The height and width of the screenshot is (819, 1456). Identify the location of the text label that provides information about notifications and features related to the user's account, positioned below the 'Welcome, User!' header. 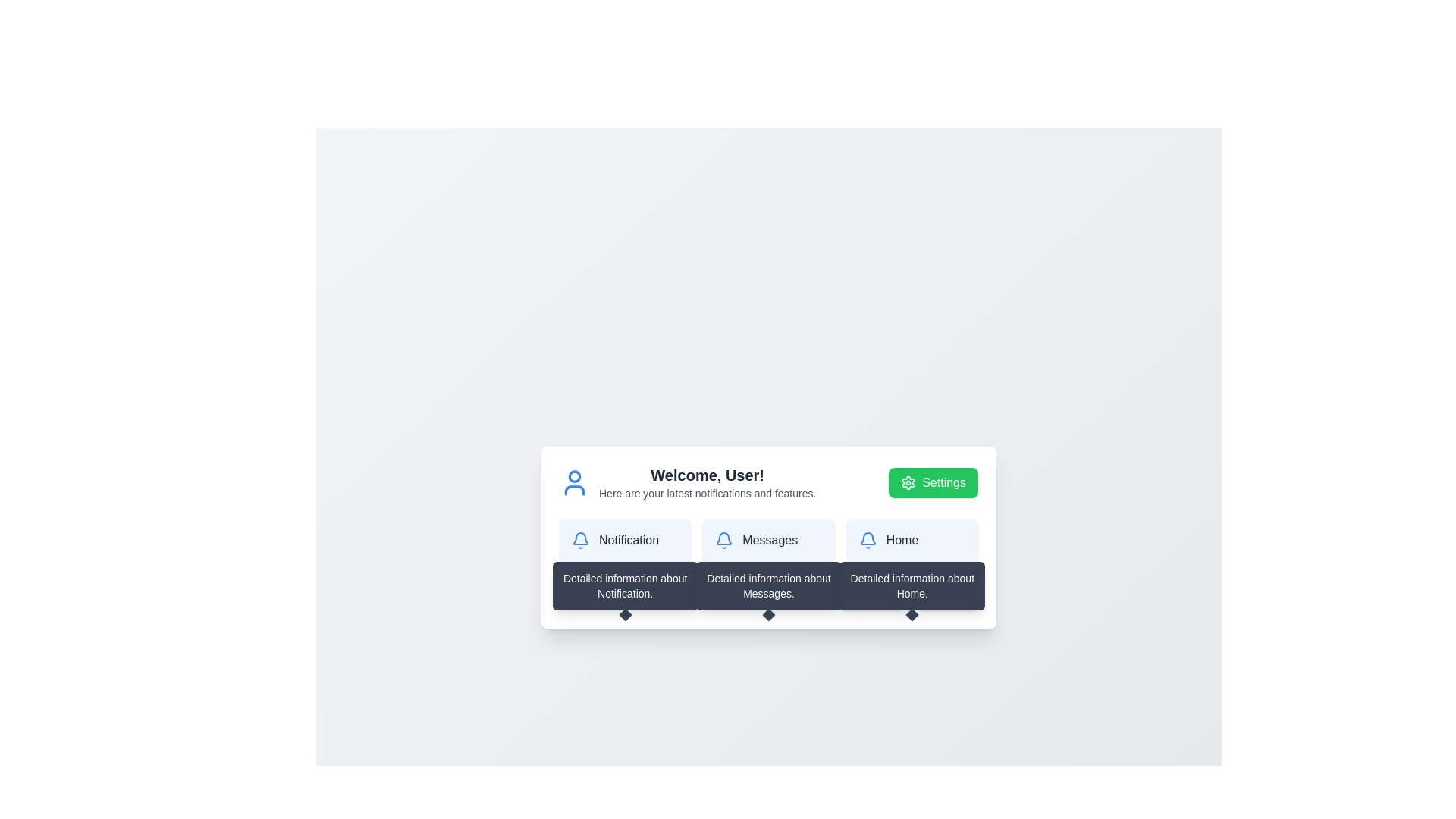
(707, 494).